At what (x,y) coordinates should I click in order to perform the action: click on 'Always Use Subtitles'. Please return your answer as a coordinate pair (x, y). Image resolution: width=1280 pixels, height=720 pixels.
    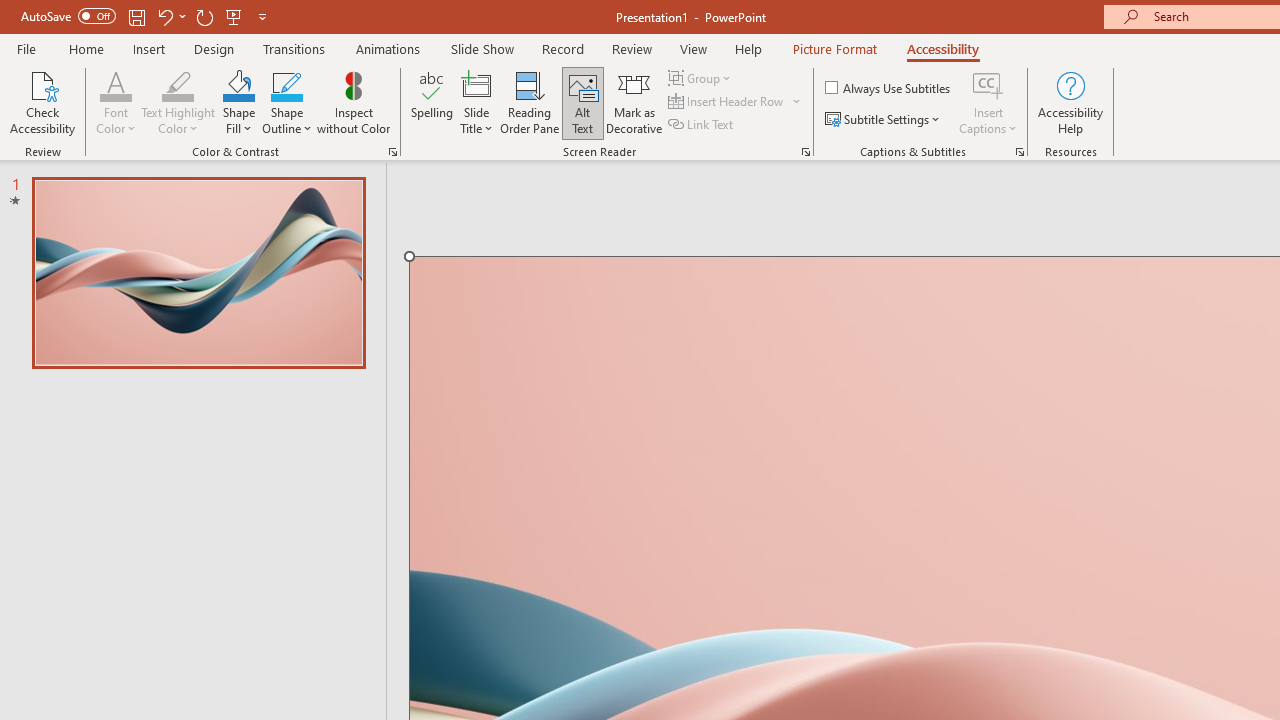
    Looking at the image, I should click on (888, 86).